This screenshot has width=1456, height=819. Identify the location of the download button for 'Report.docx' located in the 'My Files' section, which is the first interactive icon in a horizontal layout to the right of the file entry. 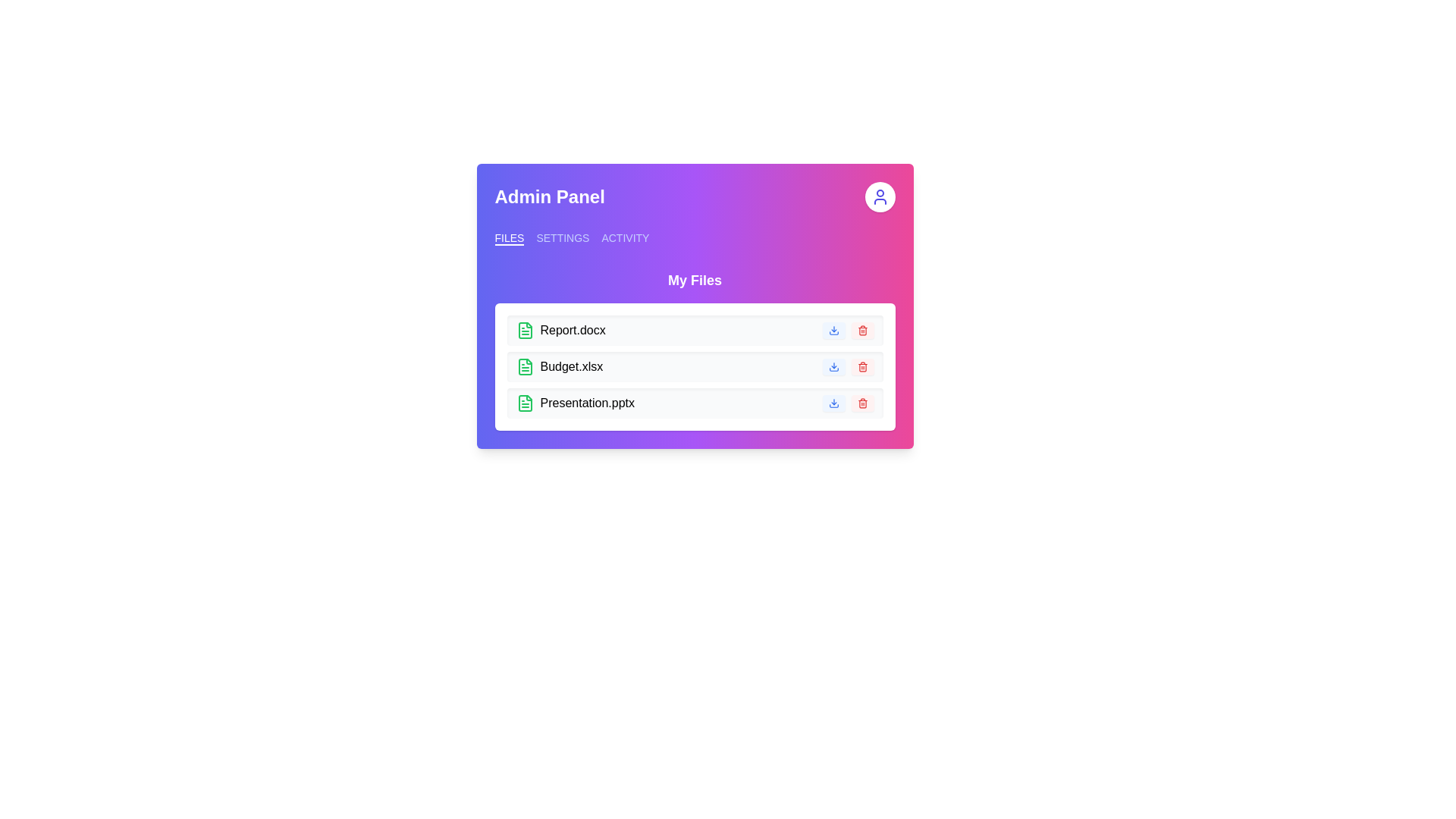
(833, 329).